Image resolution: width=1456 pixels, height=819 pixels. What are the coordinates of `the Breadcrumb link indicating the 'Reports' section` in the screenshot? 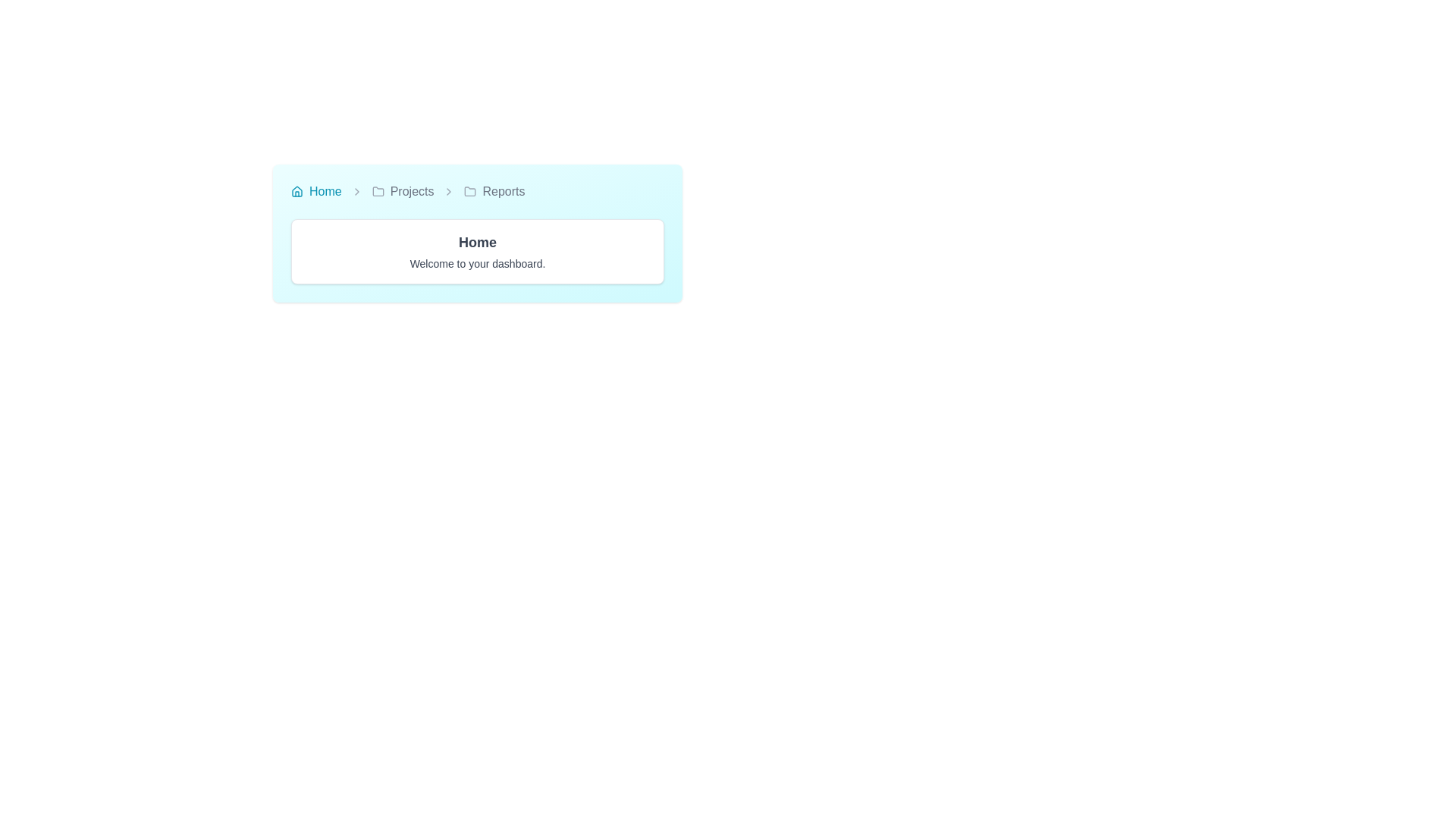 It's located at (494, 191).